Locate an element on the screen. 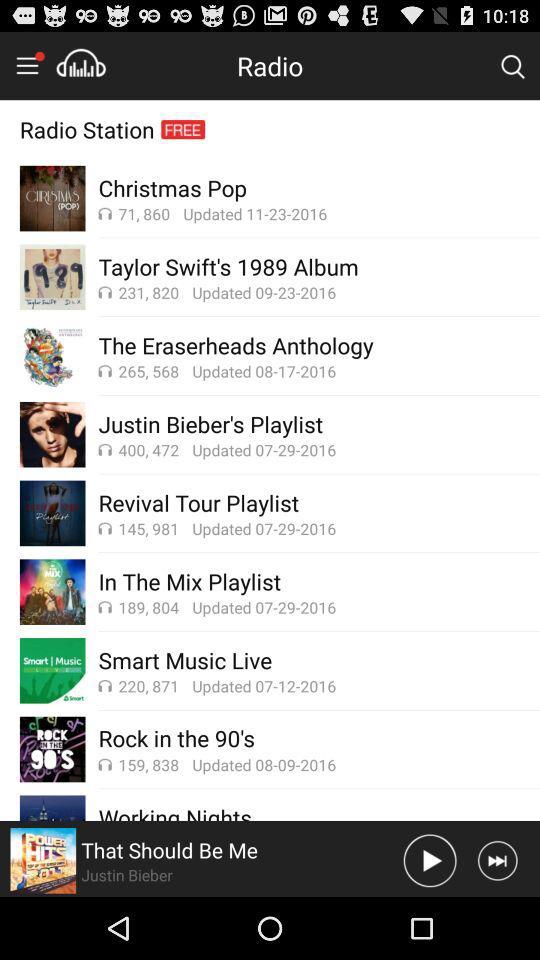  more info on song is located at coordinates (43, 859).